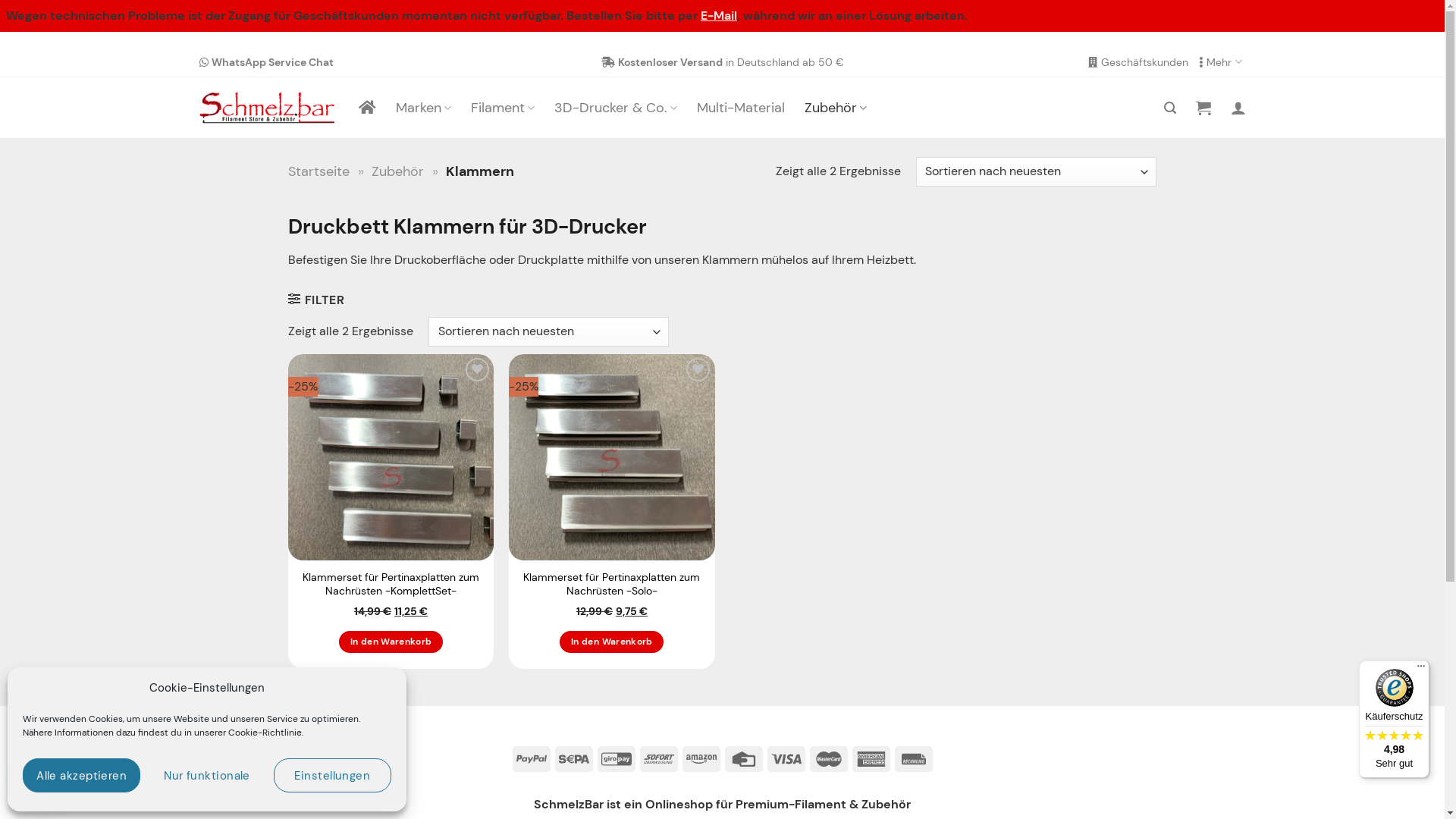 This screenshot has height=819, width=1456. Describe the element at coordinates (0, 46) in the screenshot. I see `'Zum Inhalt springen'` at that location.